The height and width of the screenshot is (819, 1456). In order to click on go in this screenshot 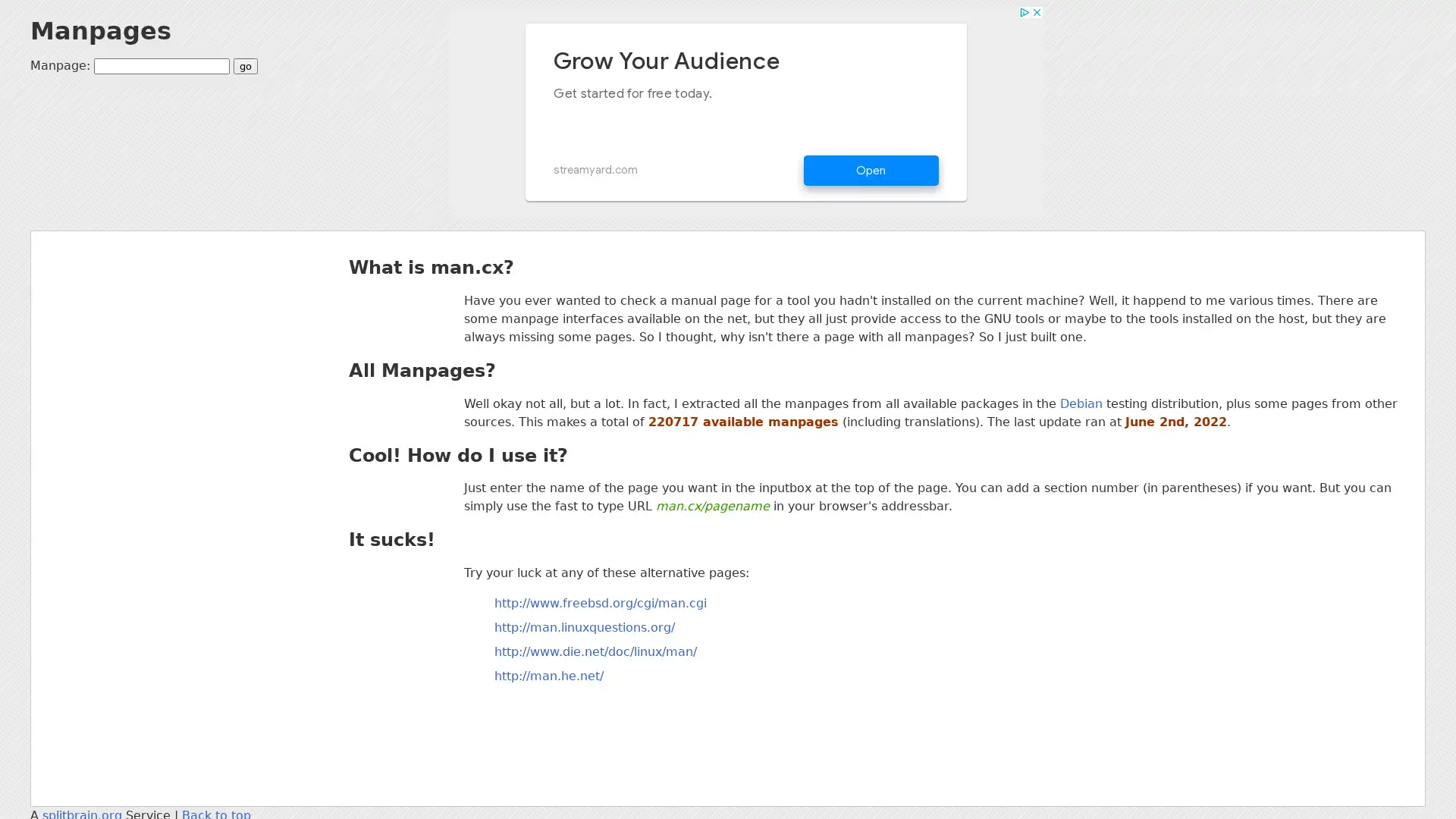, I will do `click(246, 64)`.